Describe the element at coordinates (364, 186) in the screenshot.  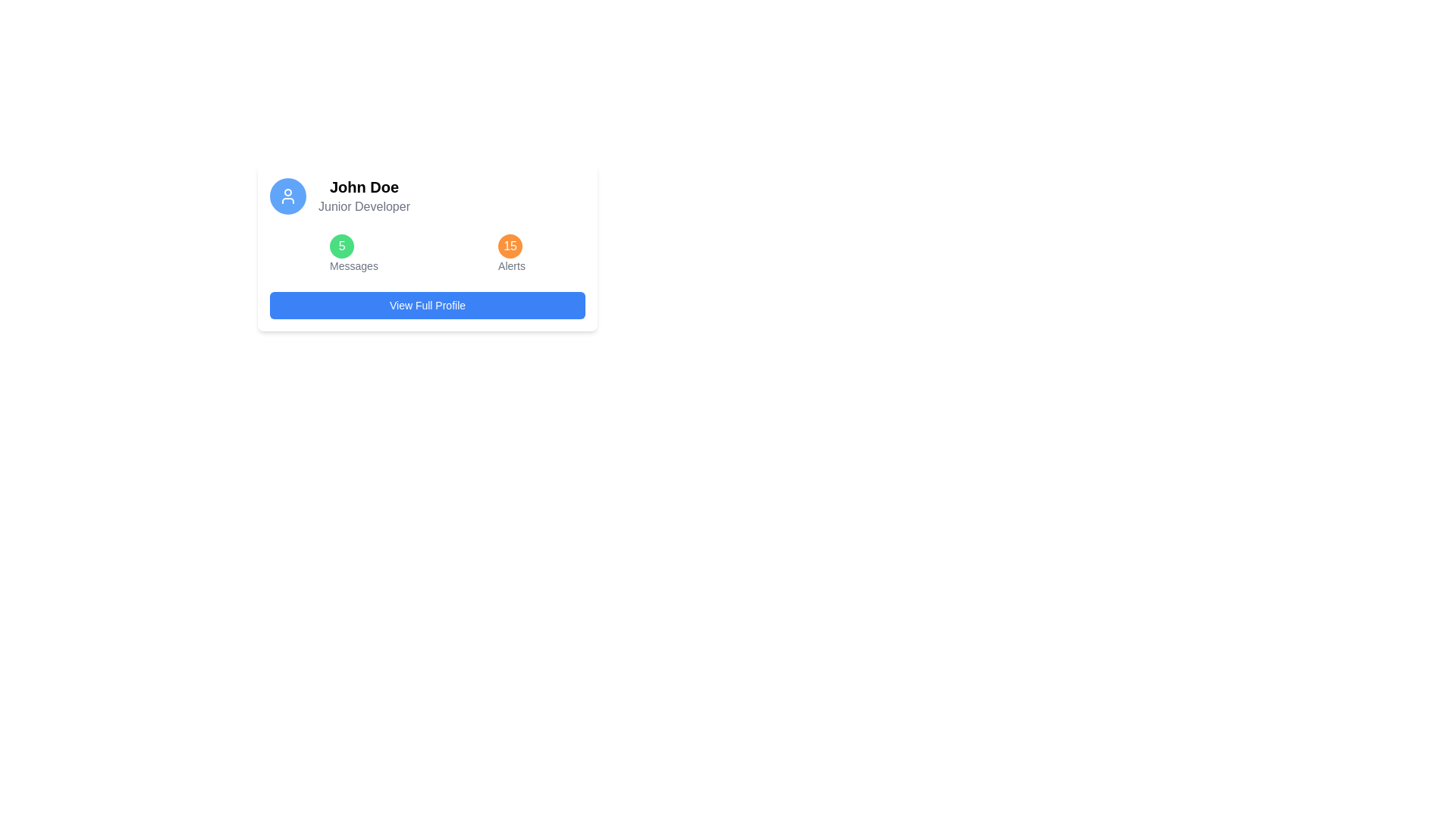
I see `the text label displaying the user's name, which is positioned above the job title 'Junior Developer' within the main card structure` at that location.